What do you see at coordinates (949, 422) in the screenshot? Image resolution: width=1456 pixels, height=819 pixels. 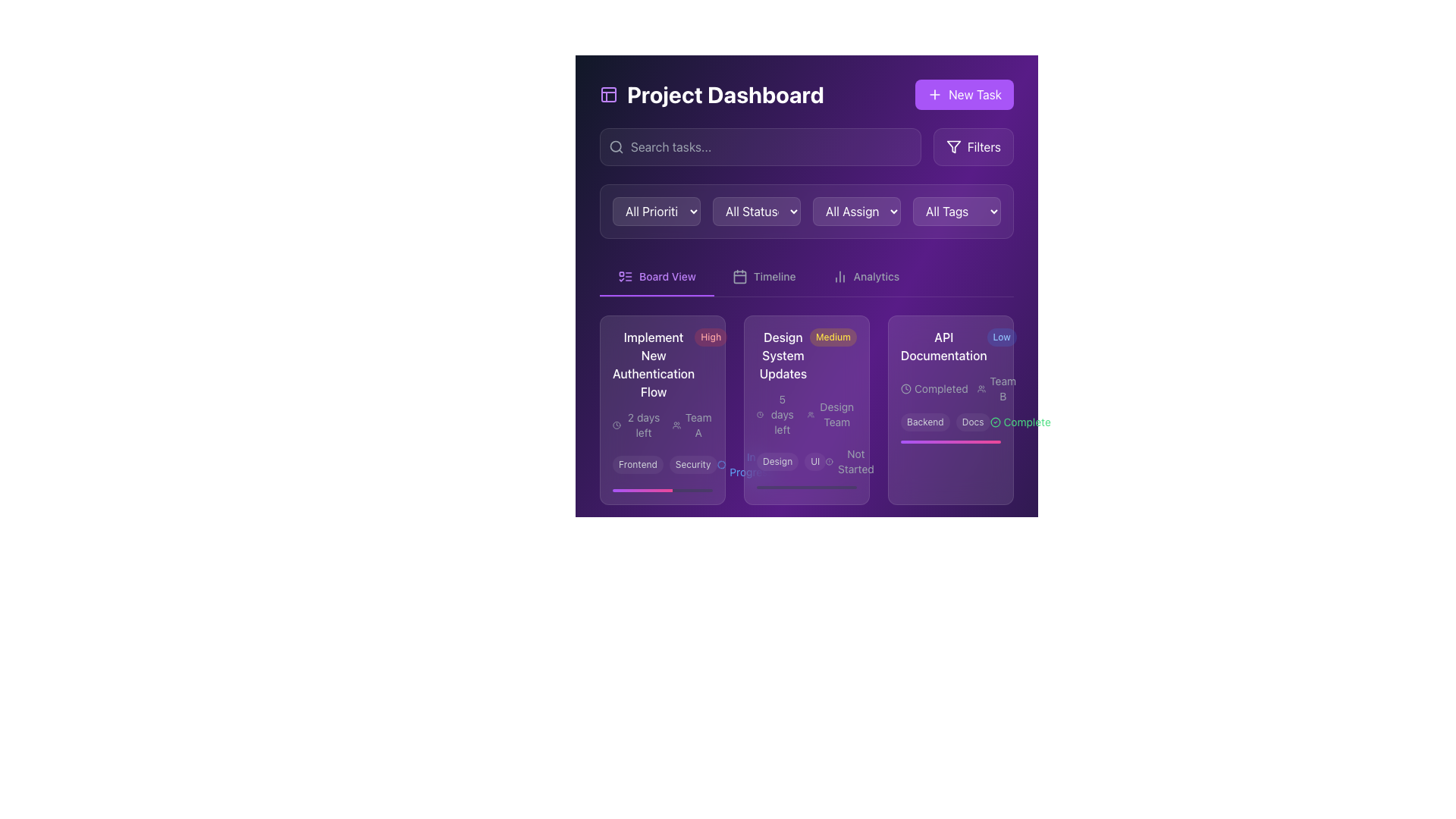 I see `the statuses indicated in the horizontal group of three text labels styled as pills, reading 'Backend', 'Docs', and 'Complete', located within the 'API Documentation' card` at bounding box center [949, 422].